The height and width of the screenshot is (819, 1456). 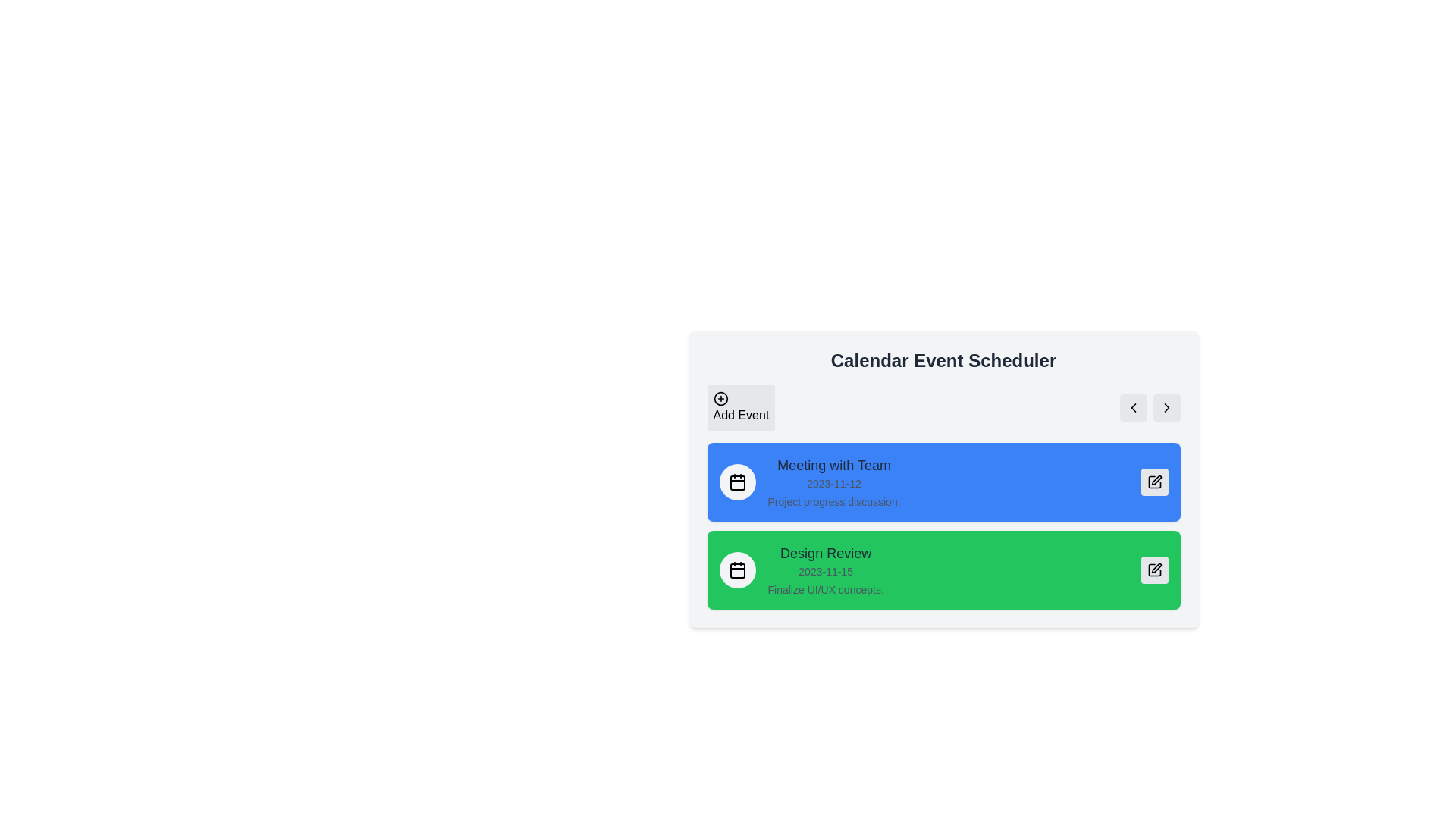 What do you see at coordinates (720, 397) in the screenshot?
I see `the circular outline of the 'Add Event' button, which features a black border and is part of a plus sign icon located at the upper-left corner of the interface` at bounding box center [720, 397].